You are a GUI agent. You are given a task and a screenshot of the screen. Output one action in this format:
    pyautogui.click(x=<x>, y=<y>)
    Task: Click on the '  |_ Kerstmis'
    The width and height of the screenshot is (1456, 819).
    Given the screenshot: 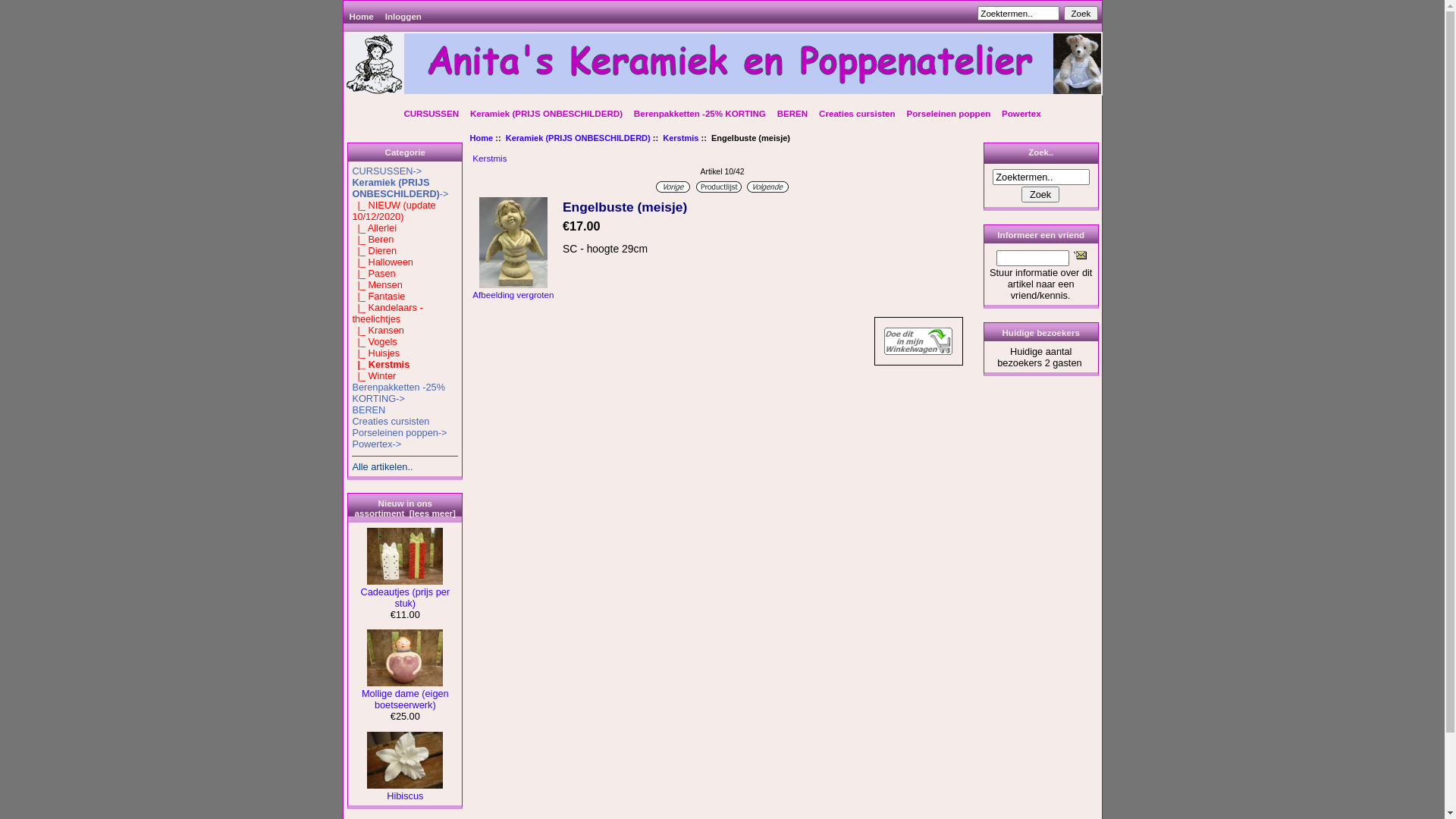 What is the action you would take?
    pyautogui.click(x=351, y=364)
    